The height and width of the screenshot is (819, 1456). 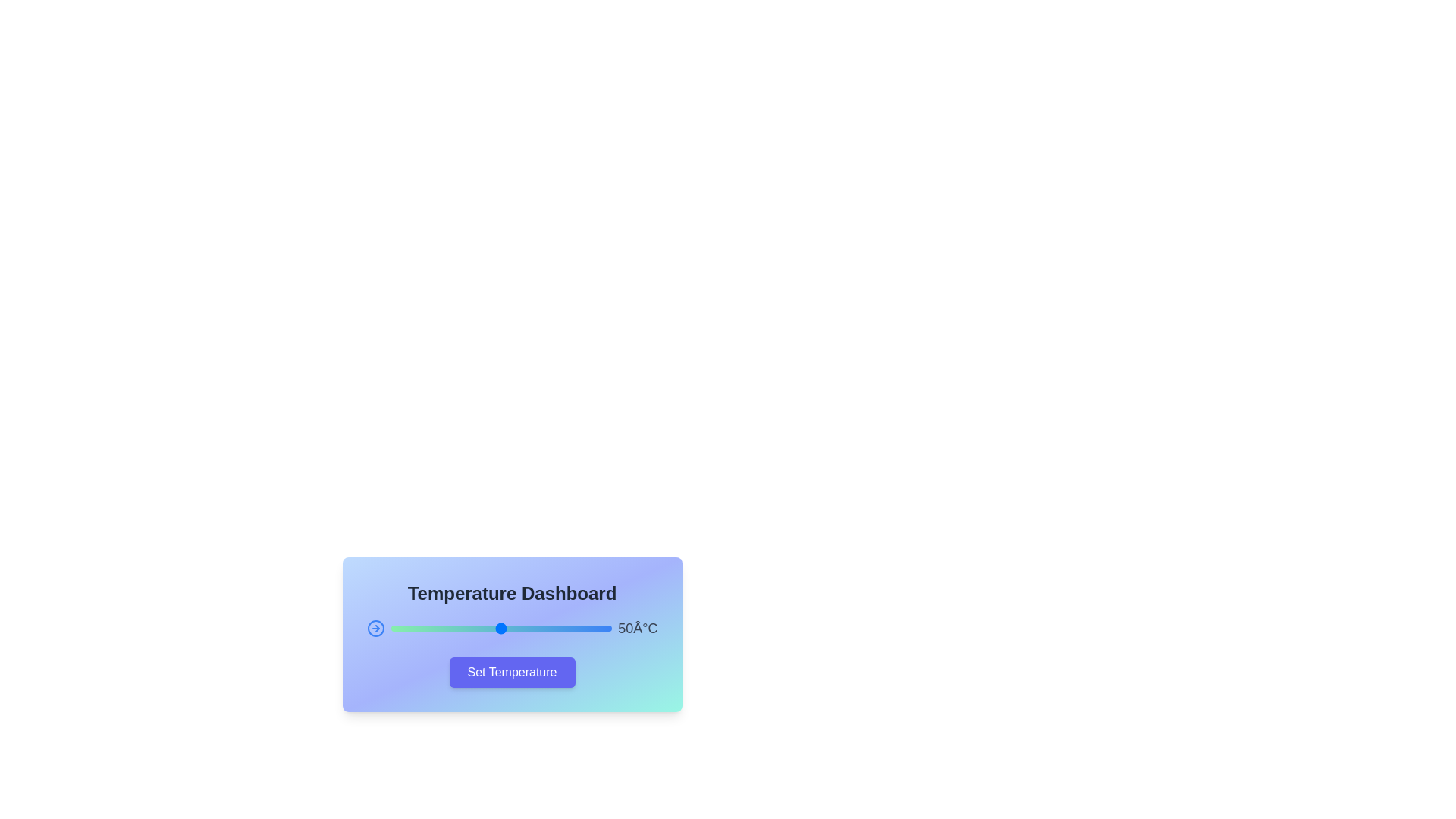 What do you see at coordinates (406, 629) in the screenshot?
I see `the slider to set the temperature to 7°C` at bounding box center [406, 629].